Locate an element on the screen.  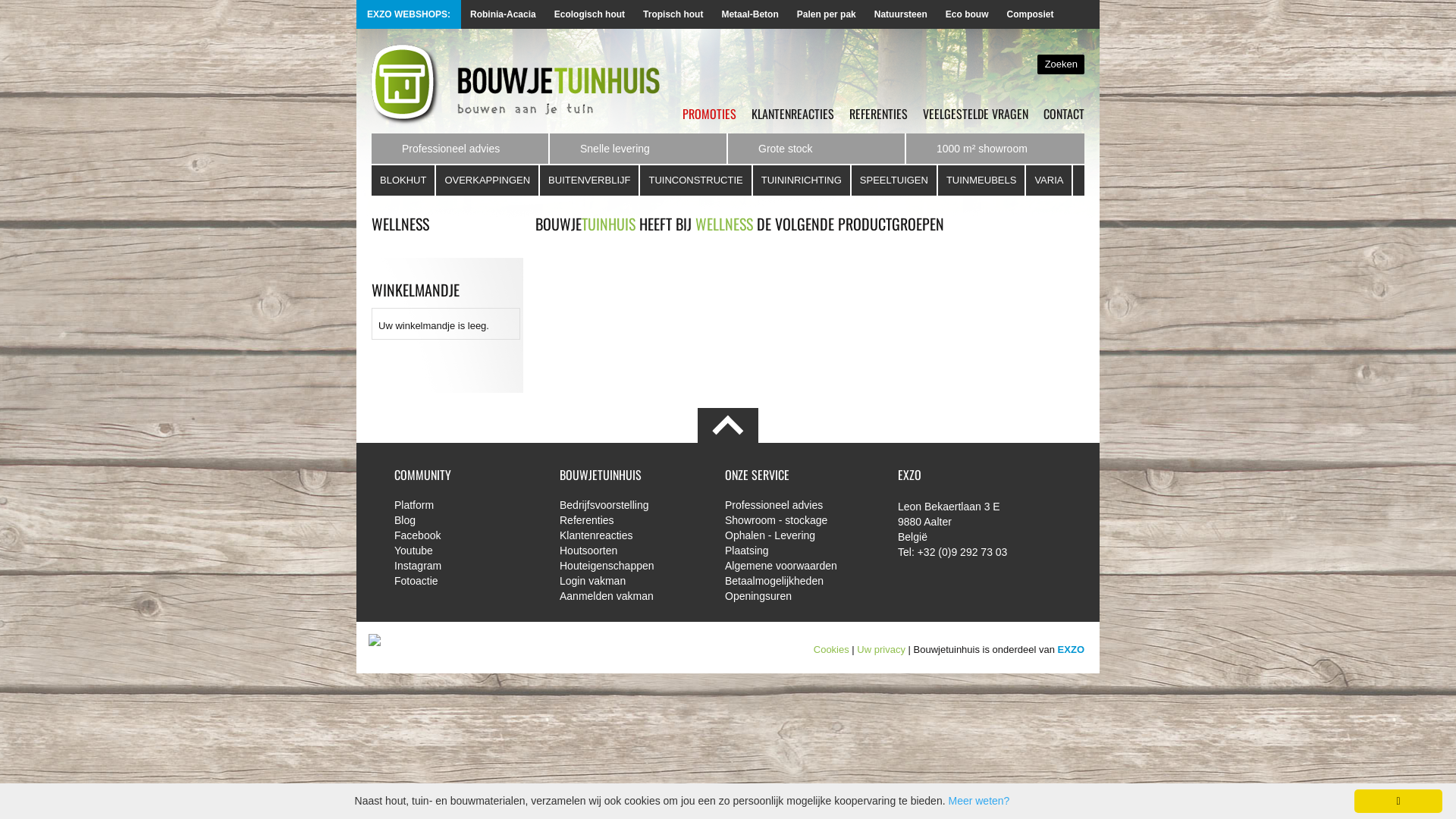
'REFERENTIES' is located at coordinates (878, 113).